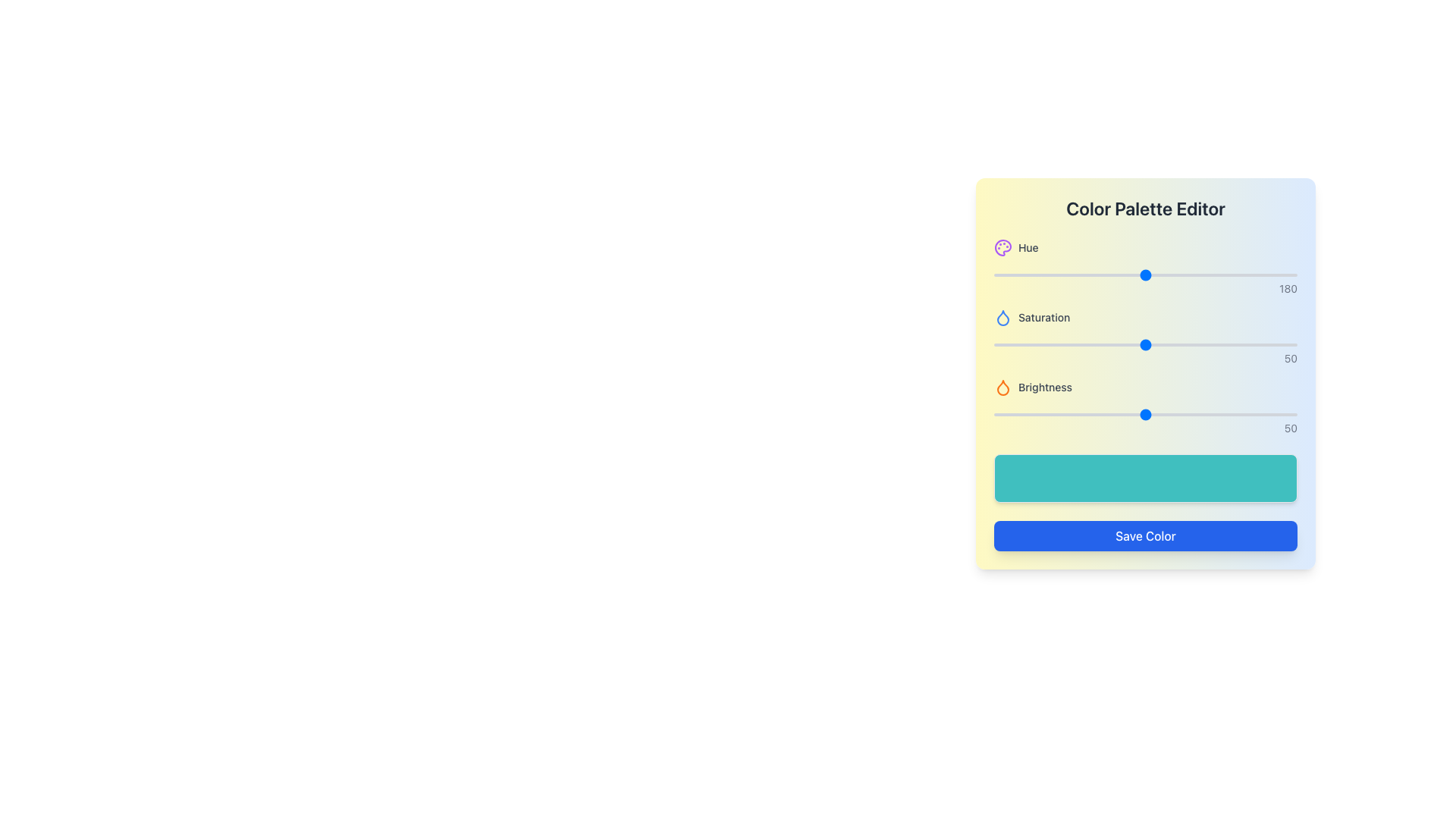 This screenshot has height=819, width=1456. What do you see at coordinates (1086, 275) in the screenshot?
I see `hue` at bounding box center [1086, 275].